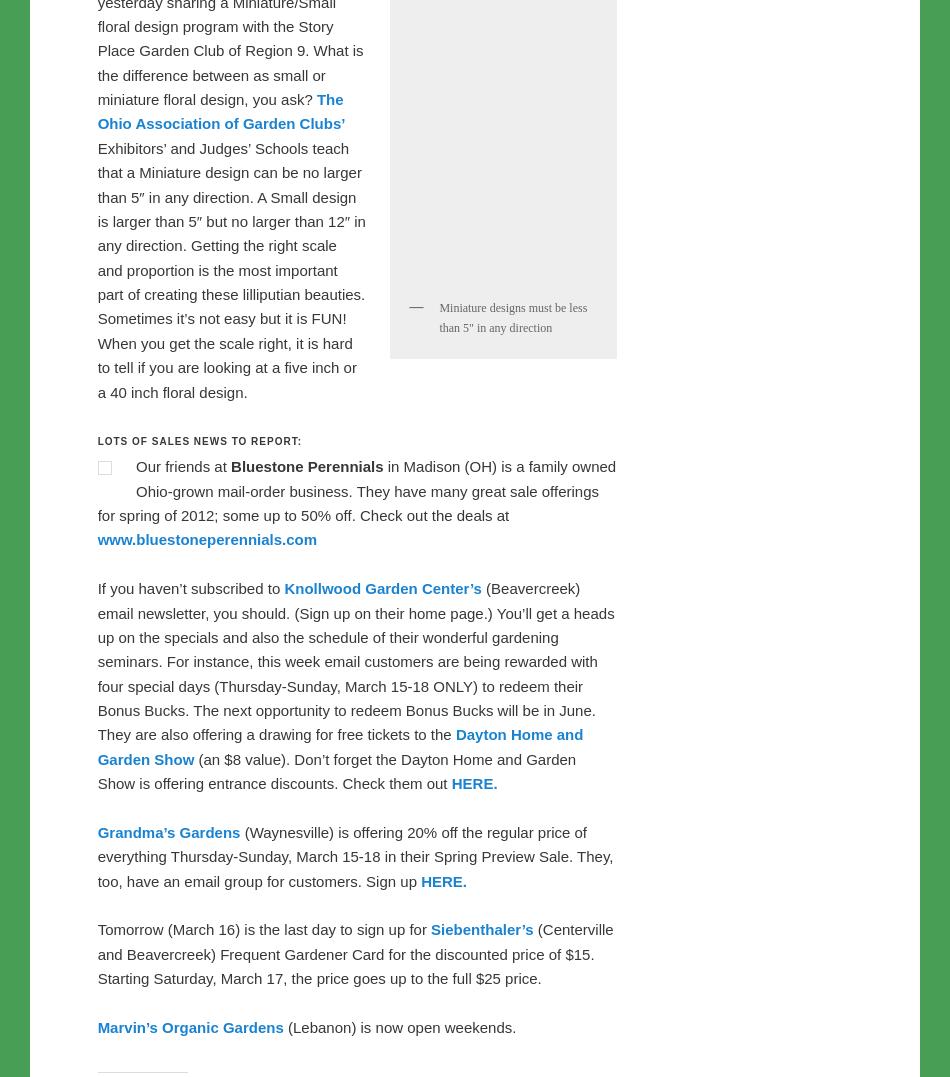 This screenshot has width=950, height=1077. Describe the element at coordinates (96, 709) in the screenshot. I see `'(Beavercreek) email newsletter, you should. (Sign up on their home page.) You’ll get a heads up on the specials and also the schedule of their wonderful gardening seminars. For instance, this week email customers are being rewarded with four special days (Thursday-Sunday, March 15-18 ONLY) to redeem their Bonus Bucks. The next opportunity to redeem Bonus Bucks will be in June. They are also offering a drawing for free tickets to the'` at that location.